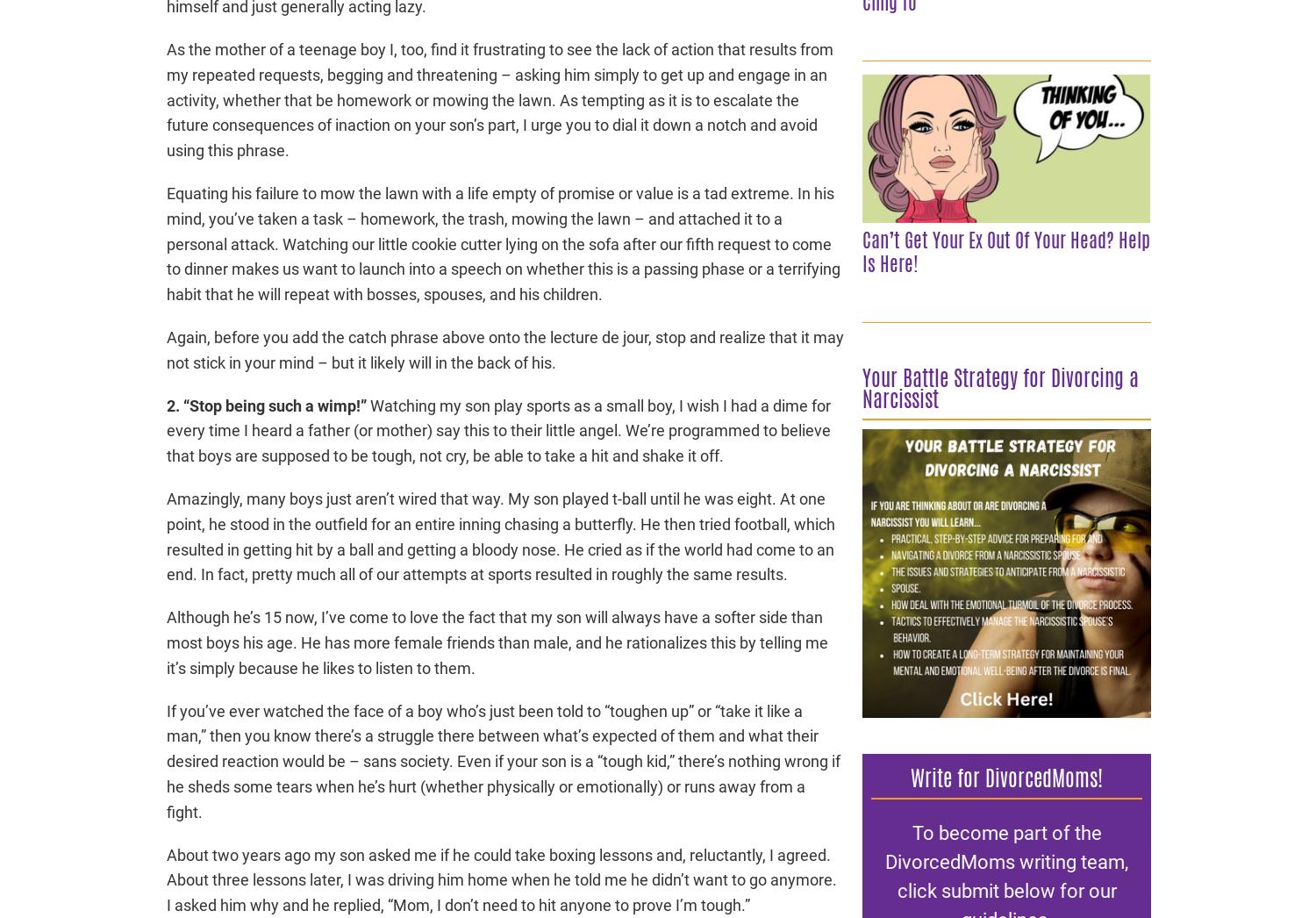 This screenshot has width=1316, height=918. What do you see at coordinates (504, 349) in the screenshot?
I see `'Again, before you add the catch phrase above onto the lecture de jour, stop and realize that it may not stick in your mind – but it likely will in the back of his.'` at bounding box center [504, 349].